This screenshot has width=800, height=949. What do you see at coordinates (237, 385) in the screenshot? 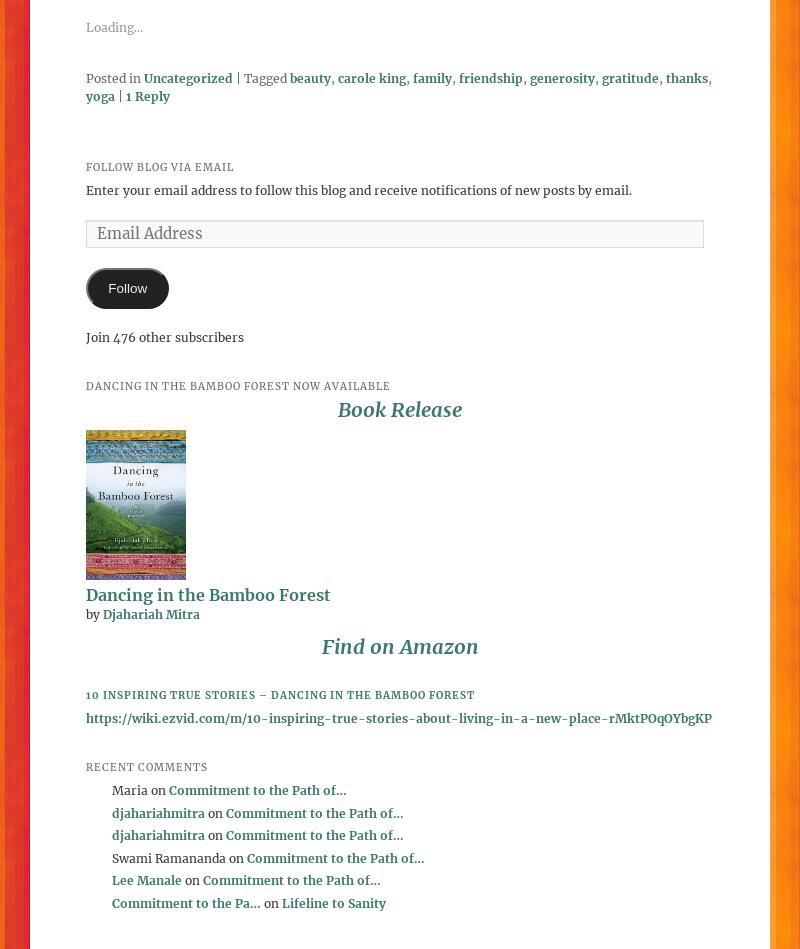
I see `'Dancing in the Bamboo Forest NOW AVAILABLE'` at bounding box center [237, 385].